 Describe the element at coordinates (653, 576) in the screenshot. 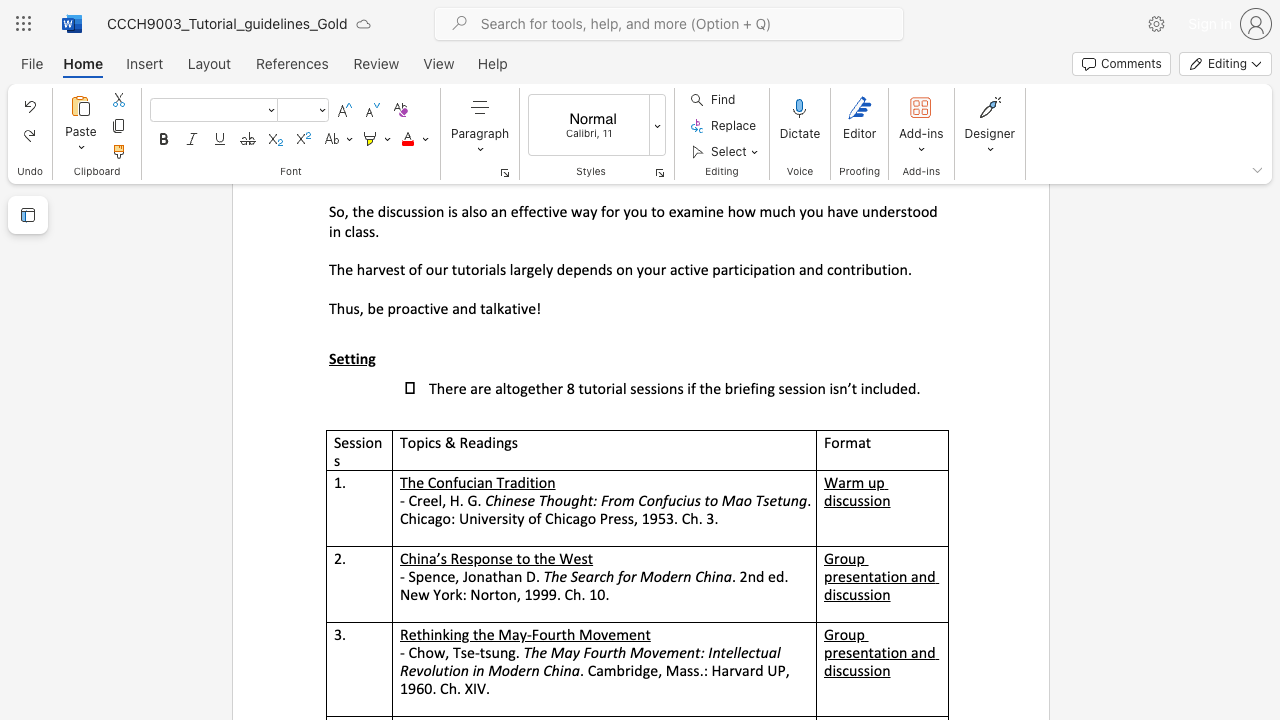

I see `the subset text "odern China" within the text "The Search for Modern China"` at that location.